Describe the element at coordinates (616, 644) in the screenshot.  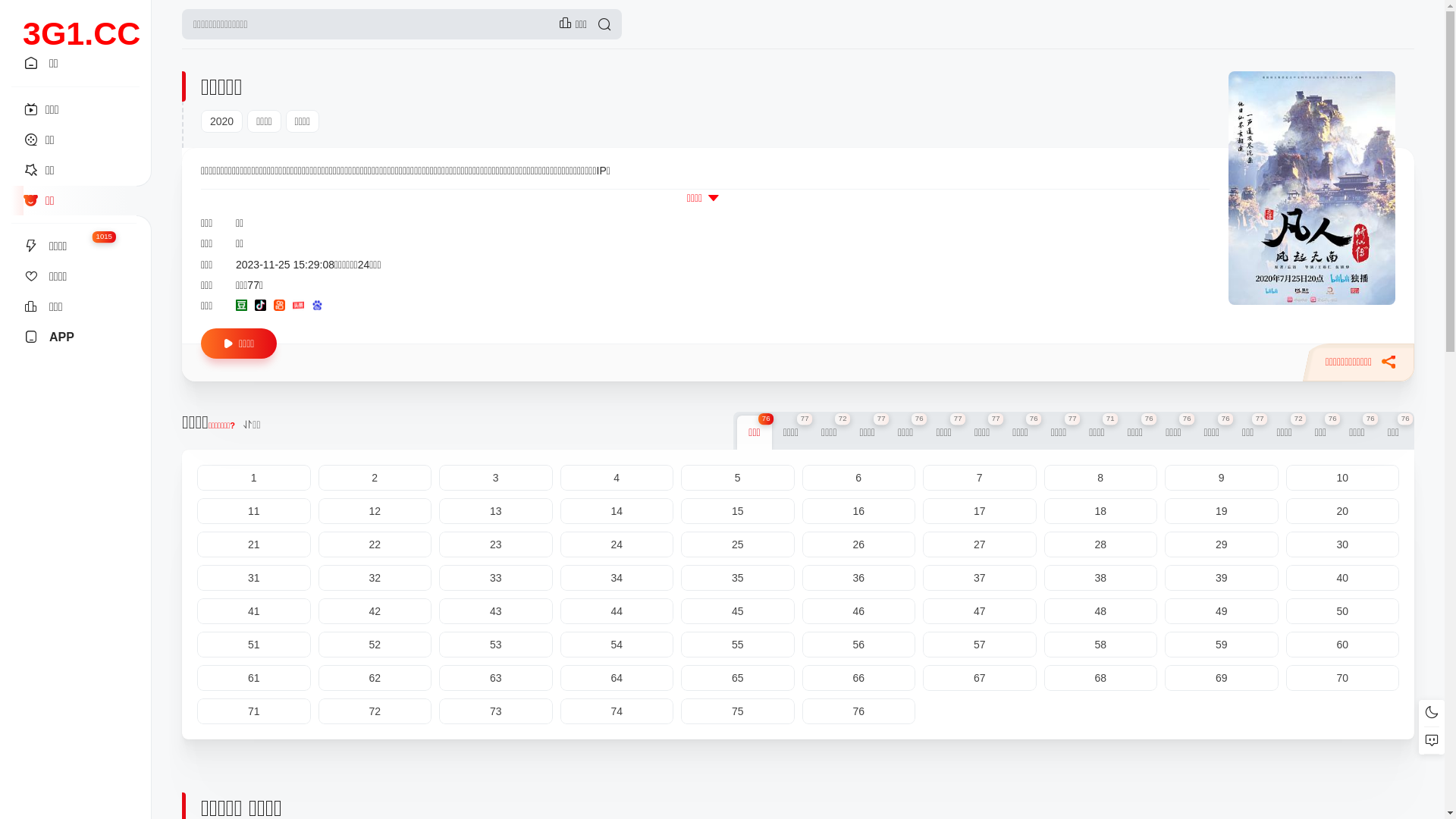
I see `'54'` at that location.